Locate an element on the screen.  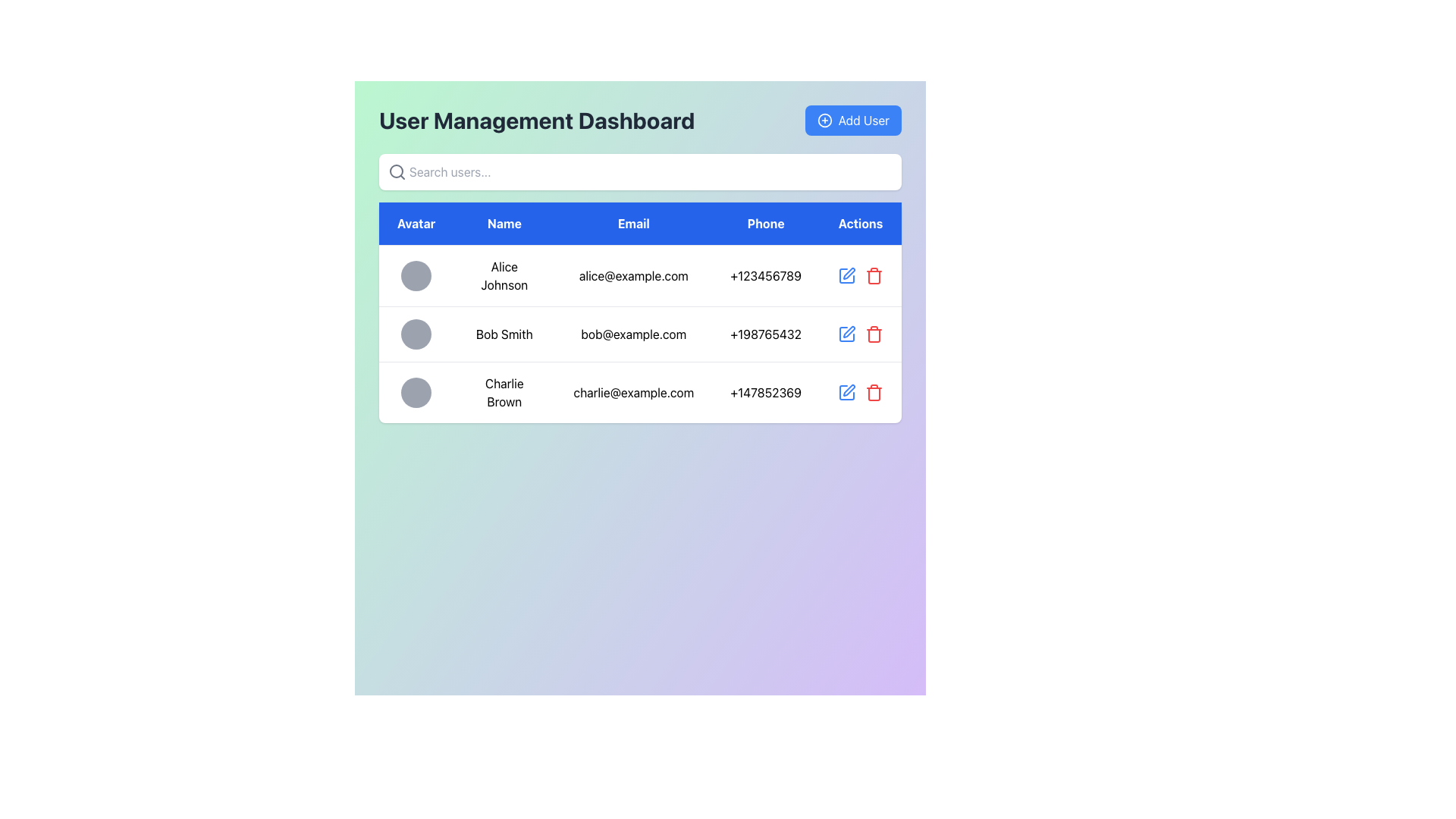
the edit button located in the 'Actions' column of the last row for user 'Charlie Brown' to change its color is located at coordinates (846, 391).